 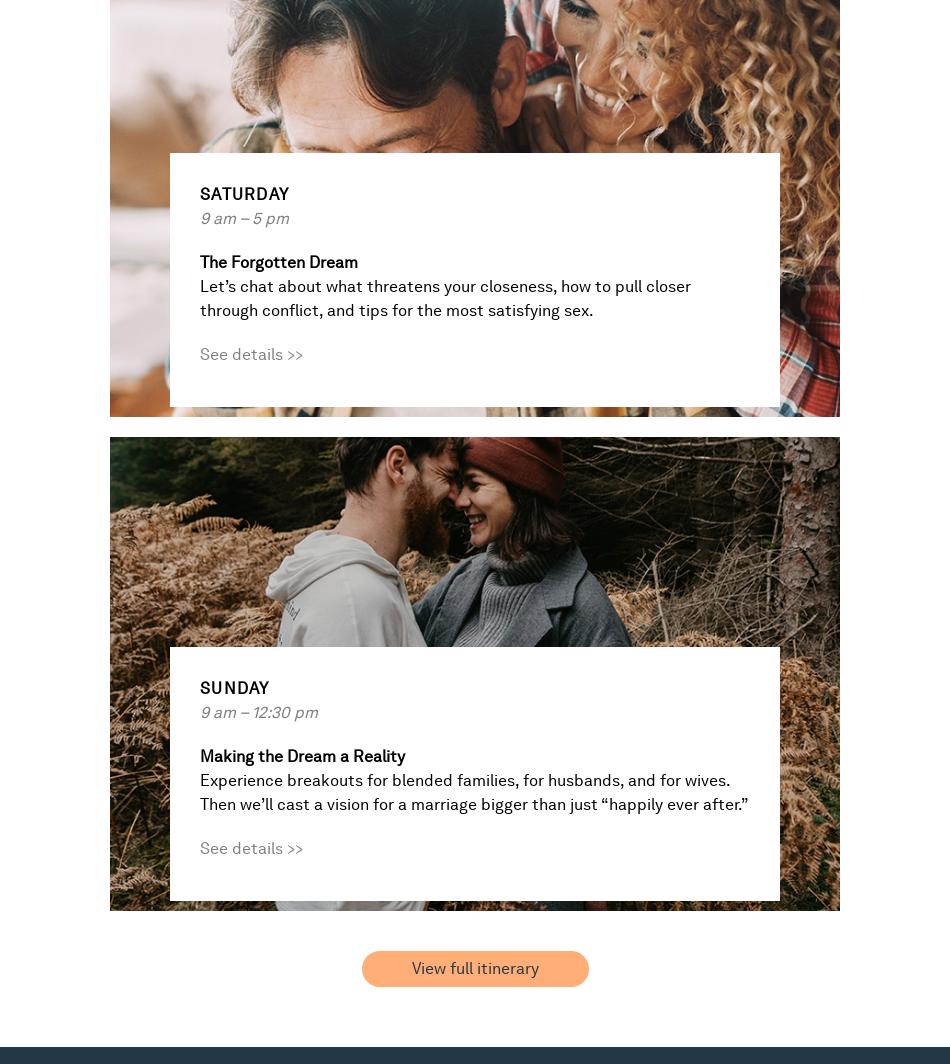 What do you see at coordinates (444, 298) in the screenshot?
I see `'Let’s chat about what threatens your closeness, how to pull closer through conflict, and tips for the most satisfying sex.'` at bounding box center [444, 298].